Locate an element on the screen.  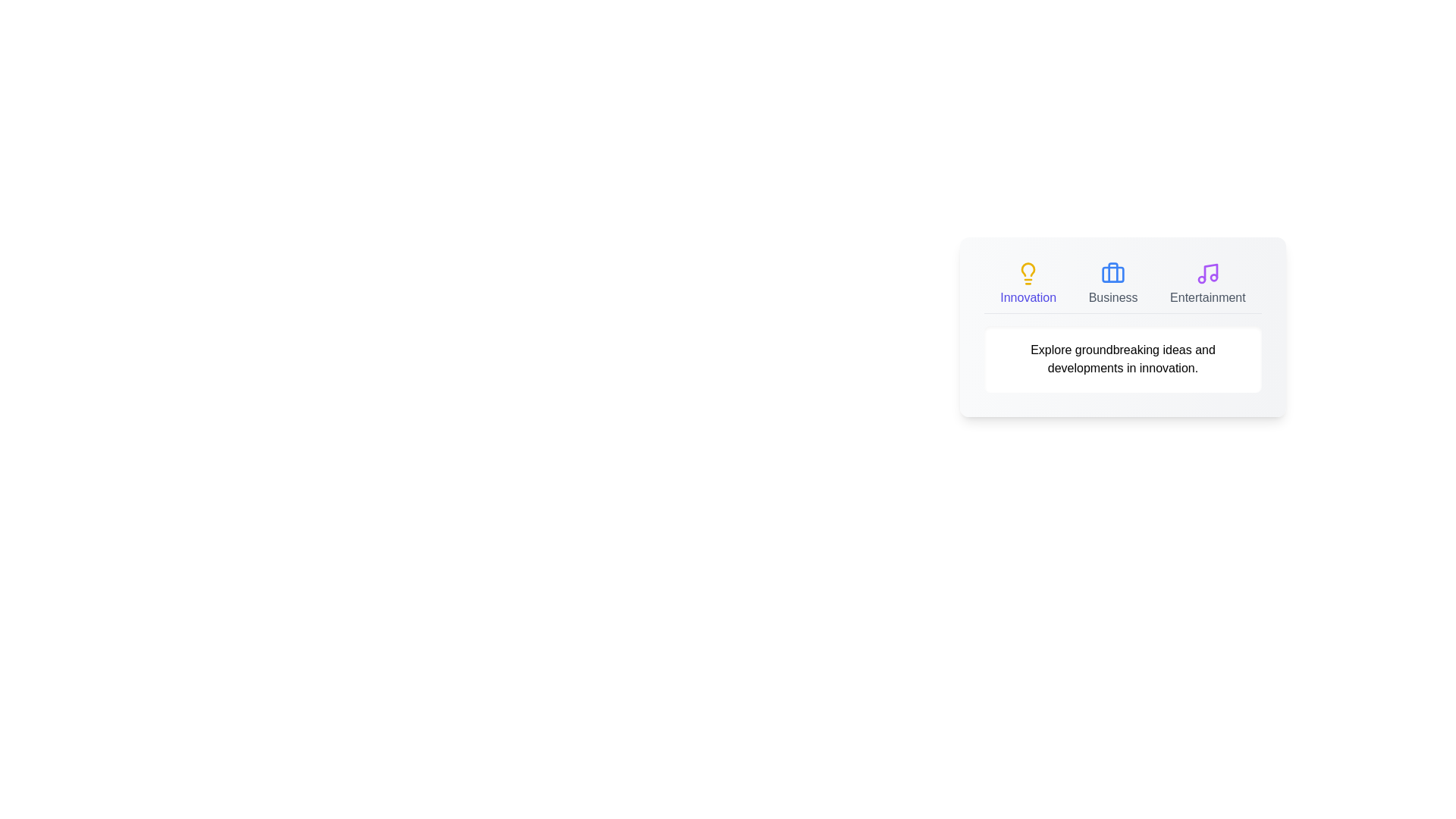
the tab button corresponding to Business is located at coordinates (1113, 284).